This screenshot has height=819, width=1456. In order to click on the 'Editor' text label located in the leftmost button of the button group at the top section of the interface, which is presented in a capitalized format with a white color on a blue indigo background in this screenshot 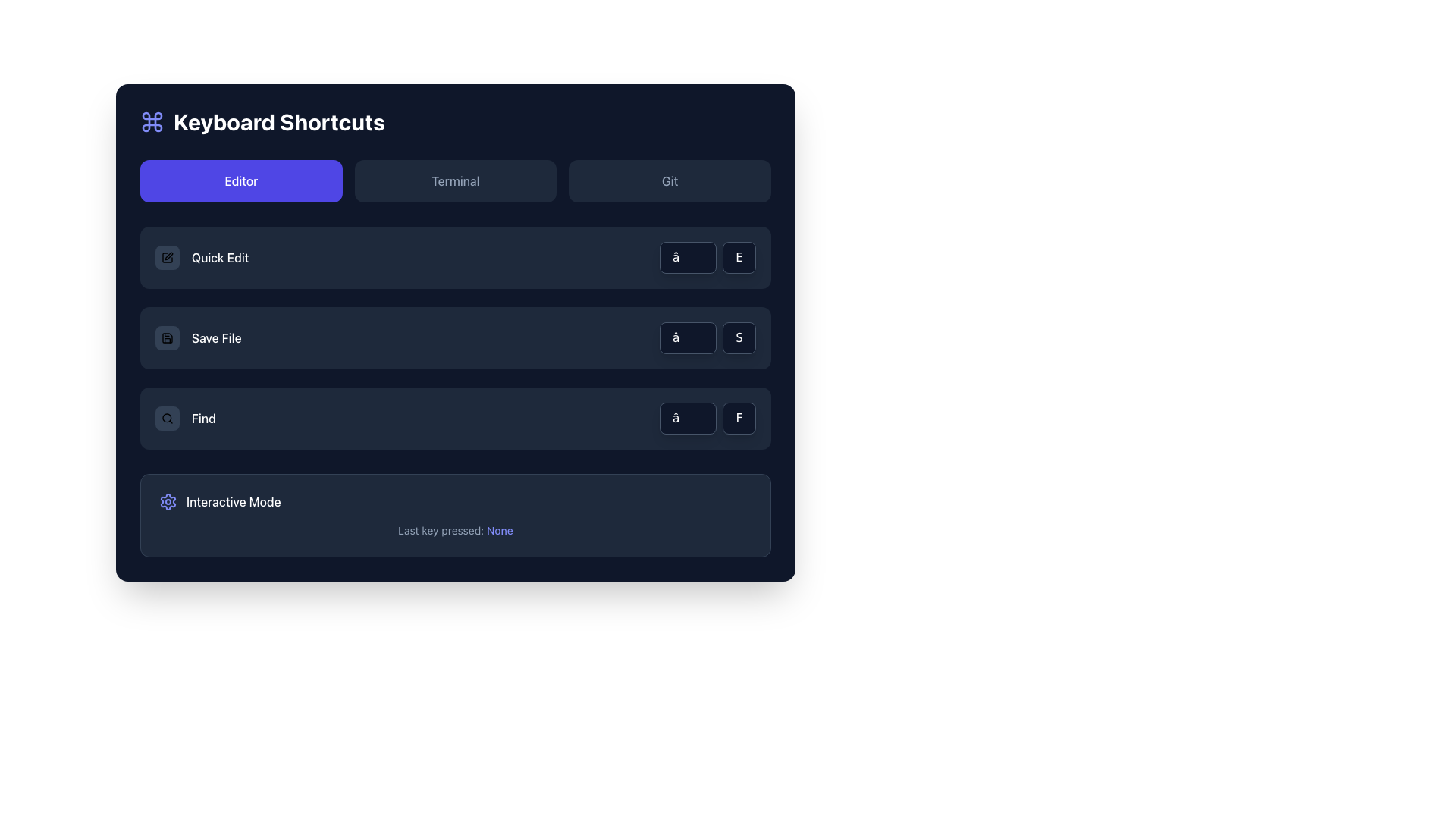, I will do `click(240, 180)`.